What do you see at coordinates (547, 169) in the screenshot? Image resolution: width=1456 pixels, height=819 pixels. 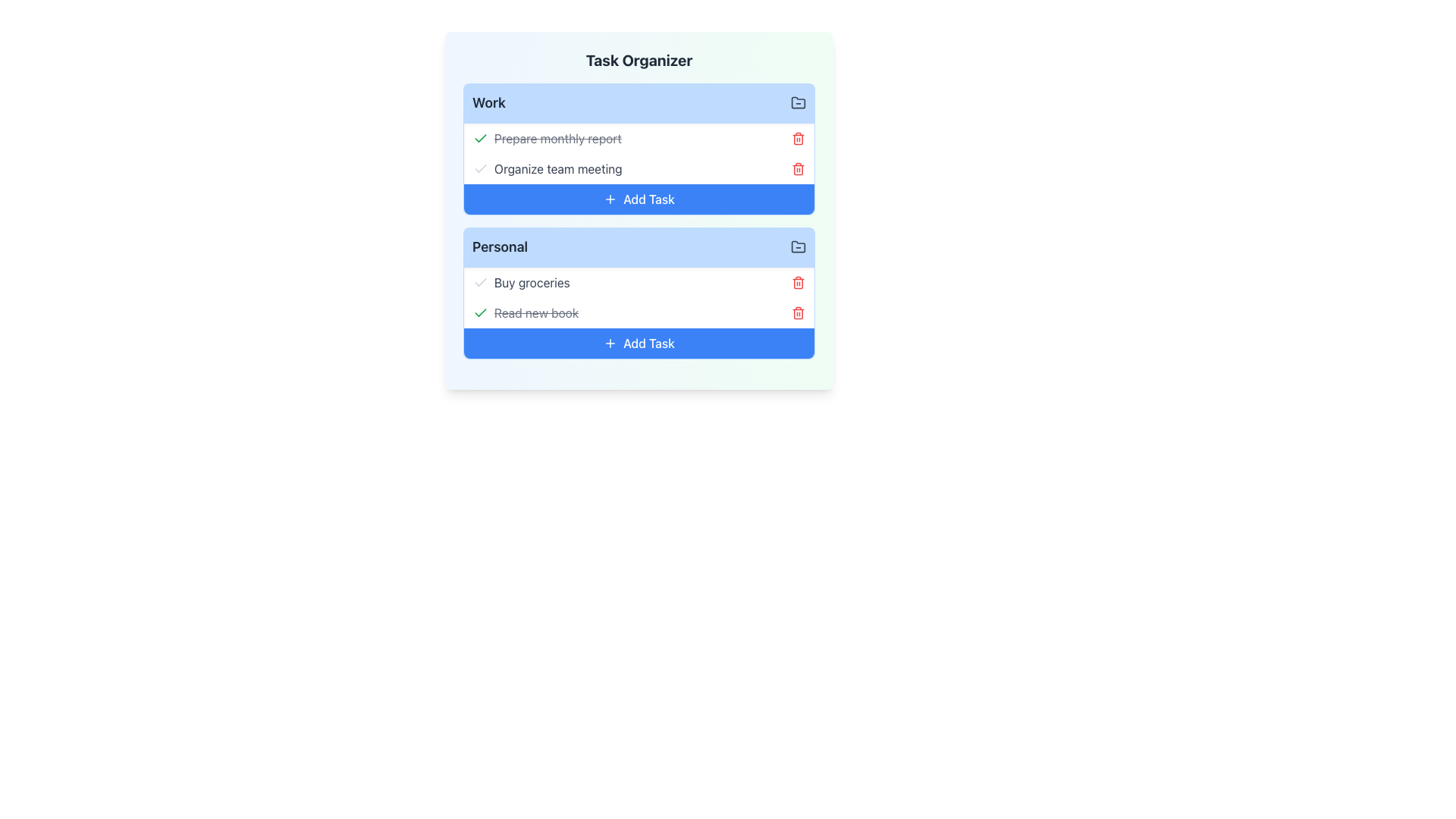 I see `the second task item in the 'Work' section of the 'Task Organizer' application for editing` at bounding box center [547, 169].